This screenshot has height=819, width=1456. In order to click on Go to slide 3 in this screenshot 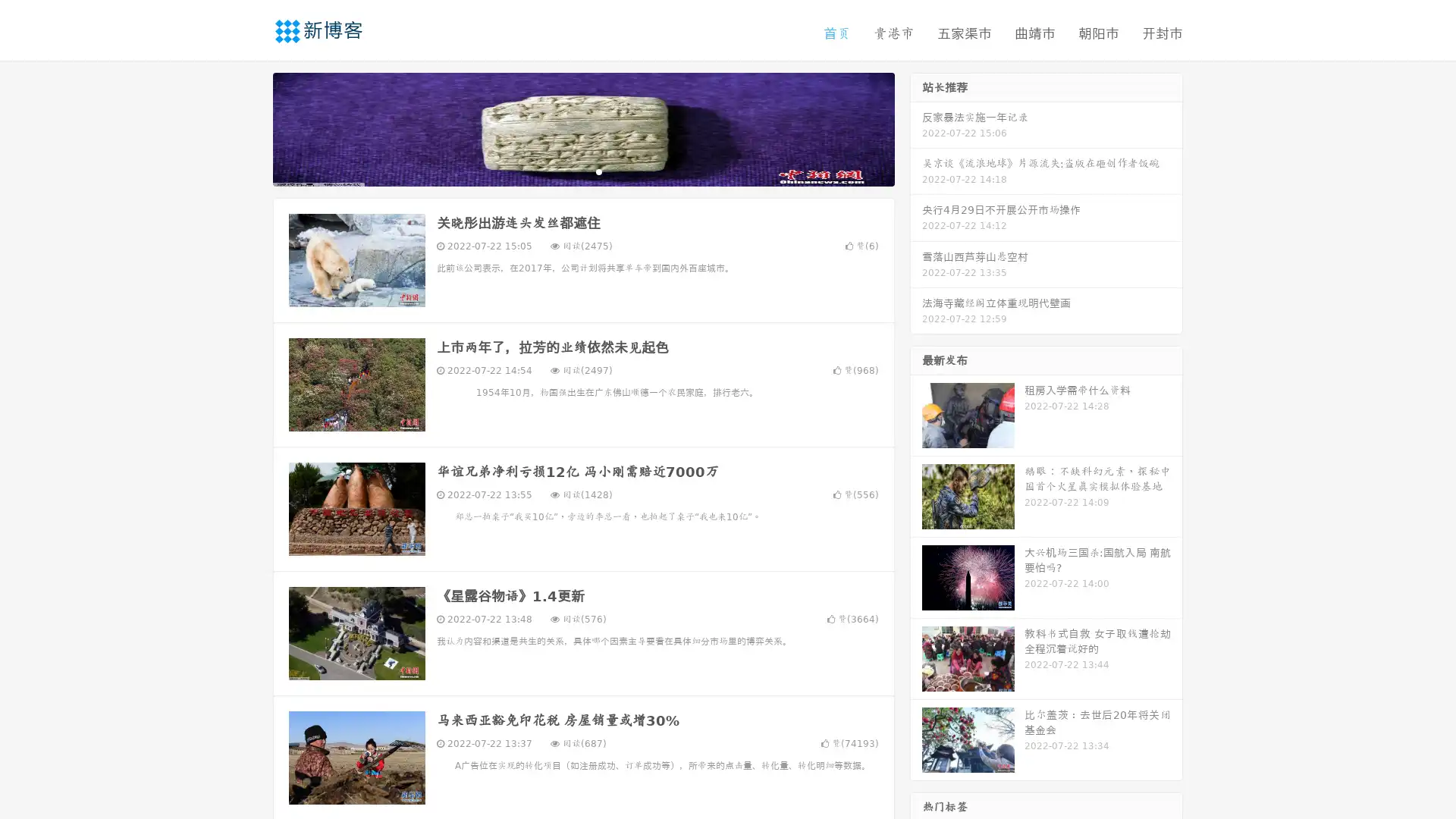, I will do `click(598, 171)`.